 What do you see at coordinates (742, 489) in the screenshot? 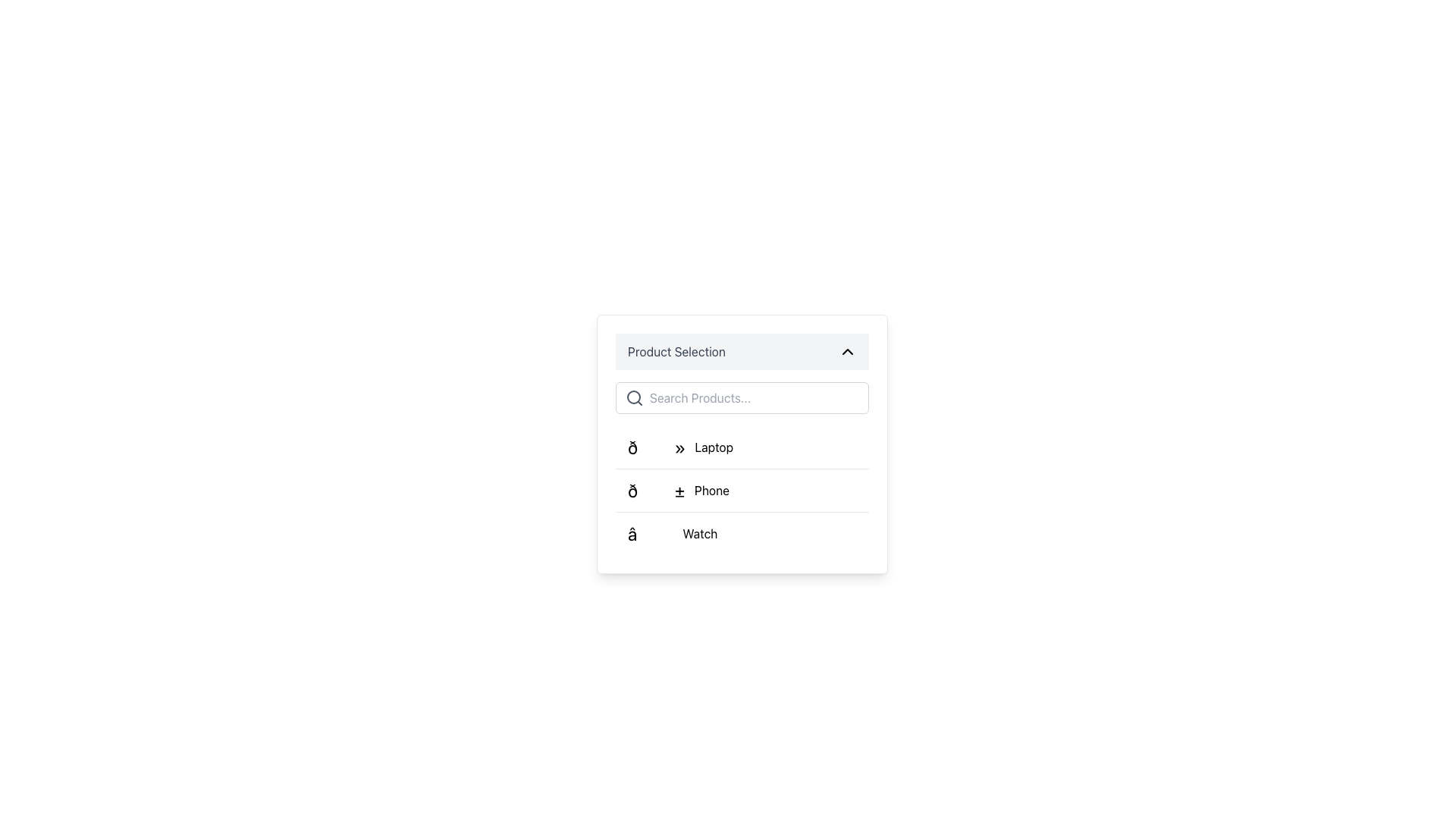
I see `the second list item labeled 'Phone' in the dropdown menu 'Product Selection'` at bounding box center [742, 489].